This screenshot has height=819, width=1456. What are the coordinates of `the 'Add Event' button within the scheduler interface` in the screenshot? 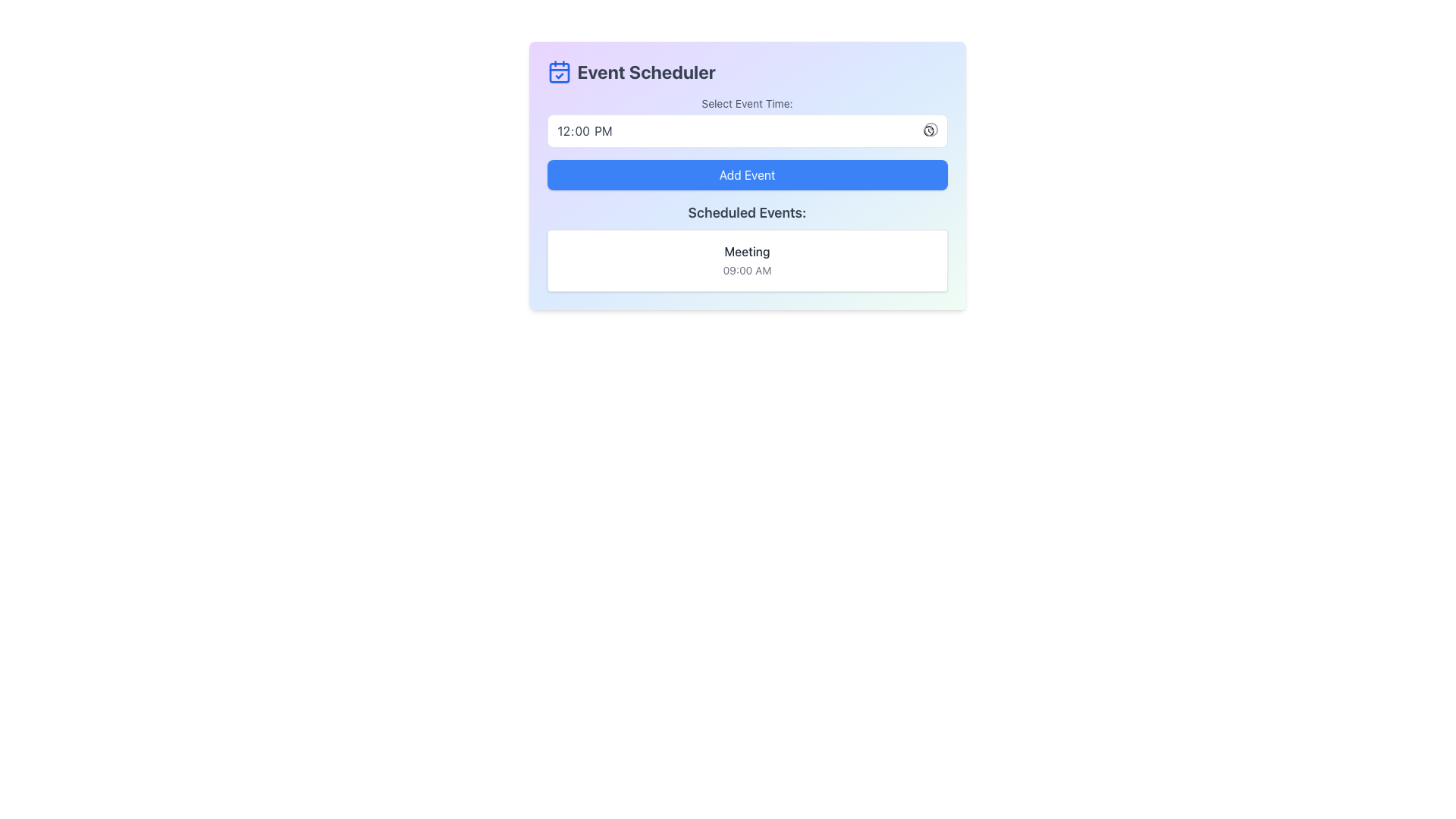 It's located at (747, 174).